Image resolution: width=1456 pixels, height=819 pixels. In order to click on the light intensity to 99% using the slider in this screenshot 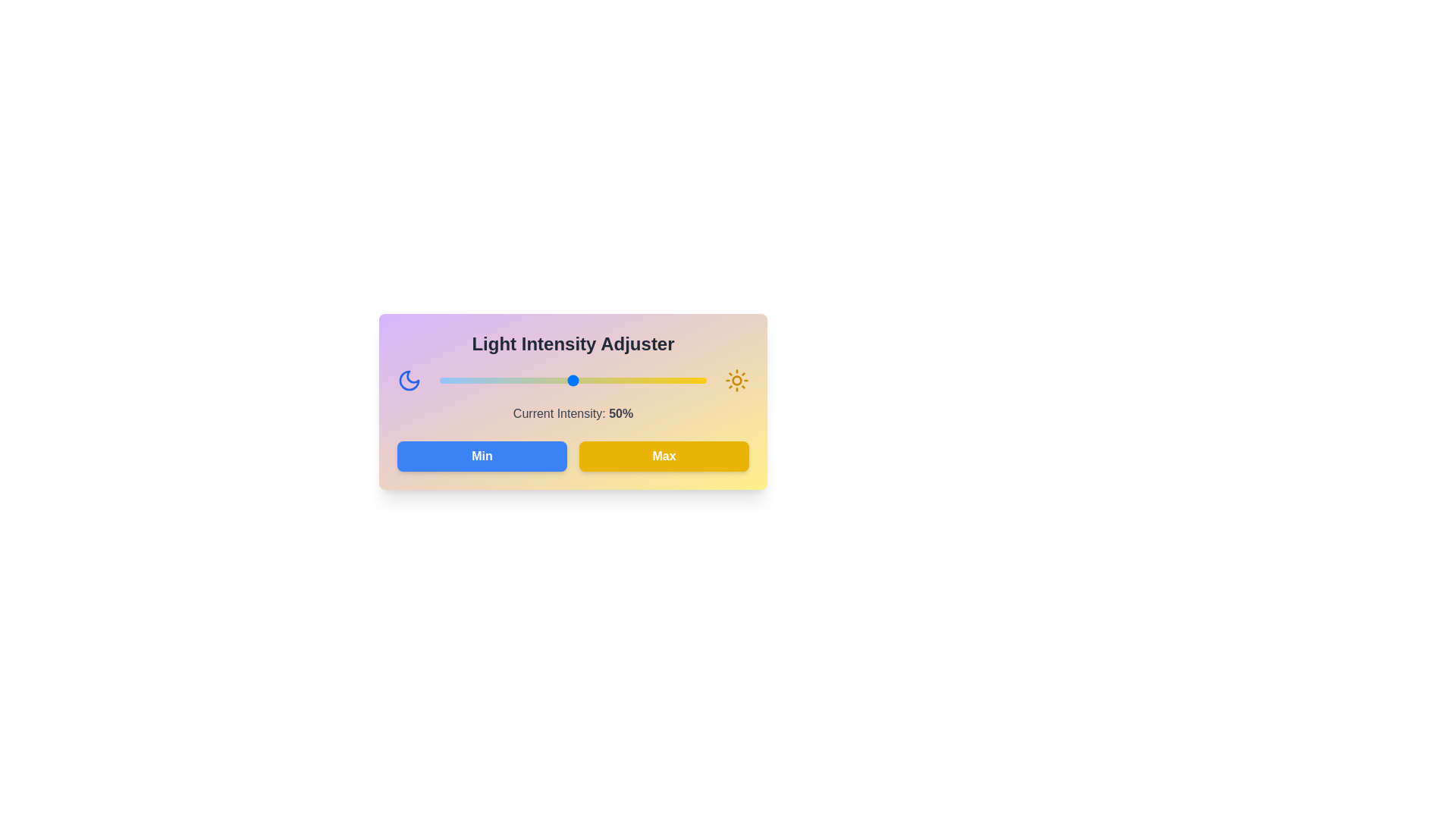, I will do `click(703, 379)`.